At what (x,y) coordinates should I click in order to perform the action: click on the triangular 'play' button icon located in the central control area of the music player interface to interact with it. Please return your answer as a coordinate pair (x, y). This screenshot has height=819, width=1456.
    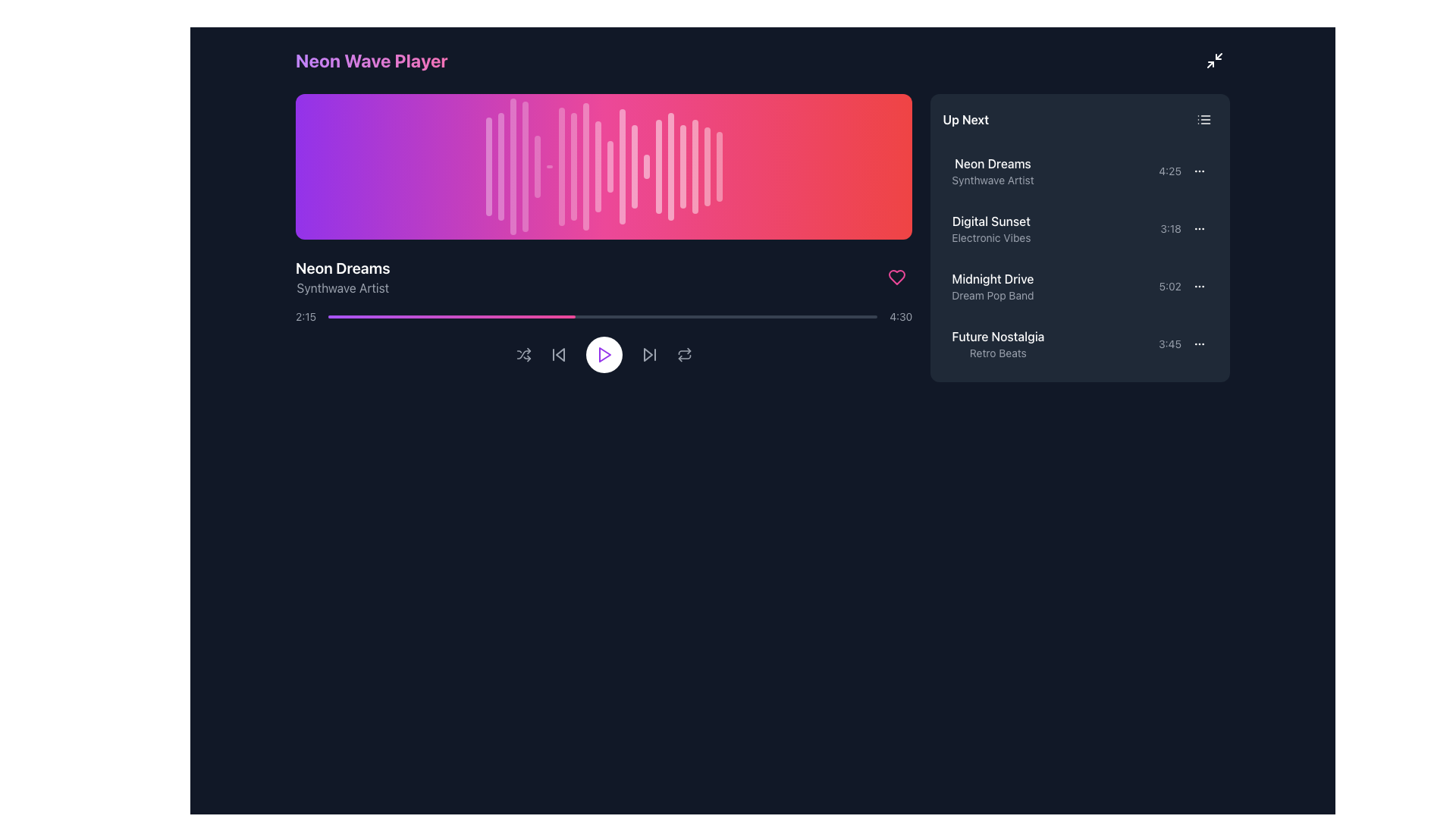
    Looking at the image, I should click on (604, 354).